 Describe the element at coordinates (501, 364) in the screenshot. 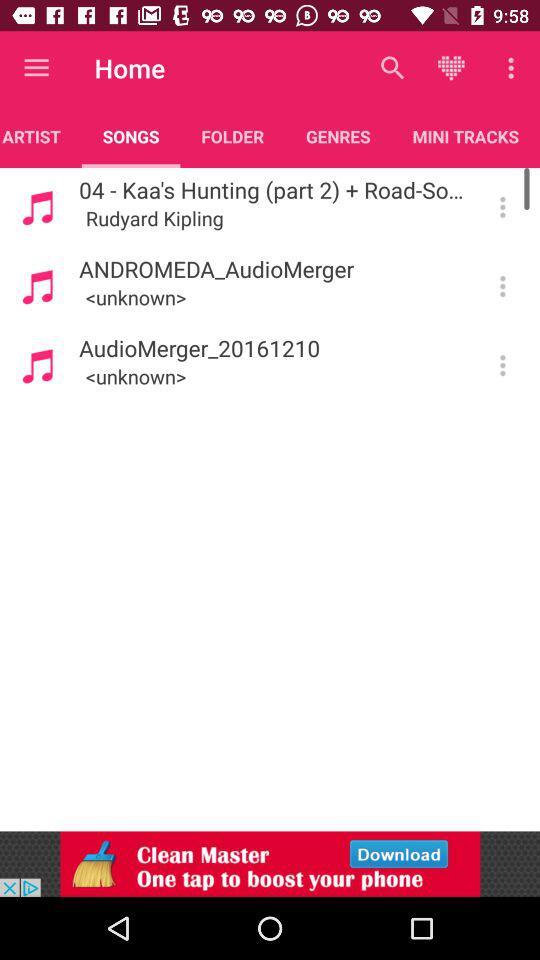

I see `see song details` at that location.